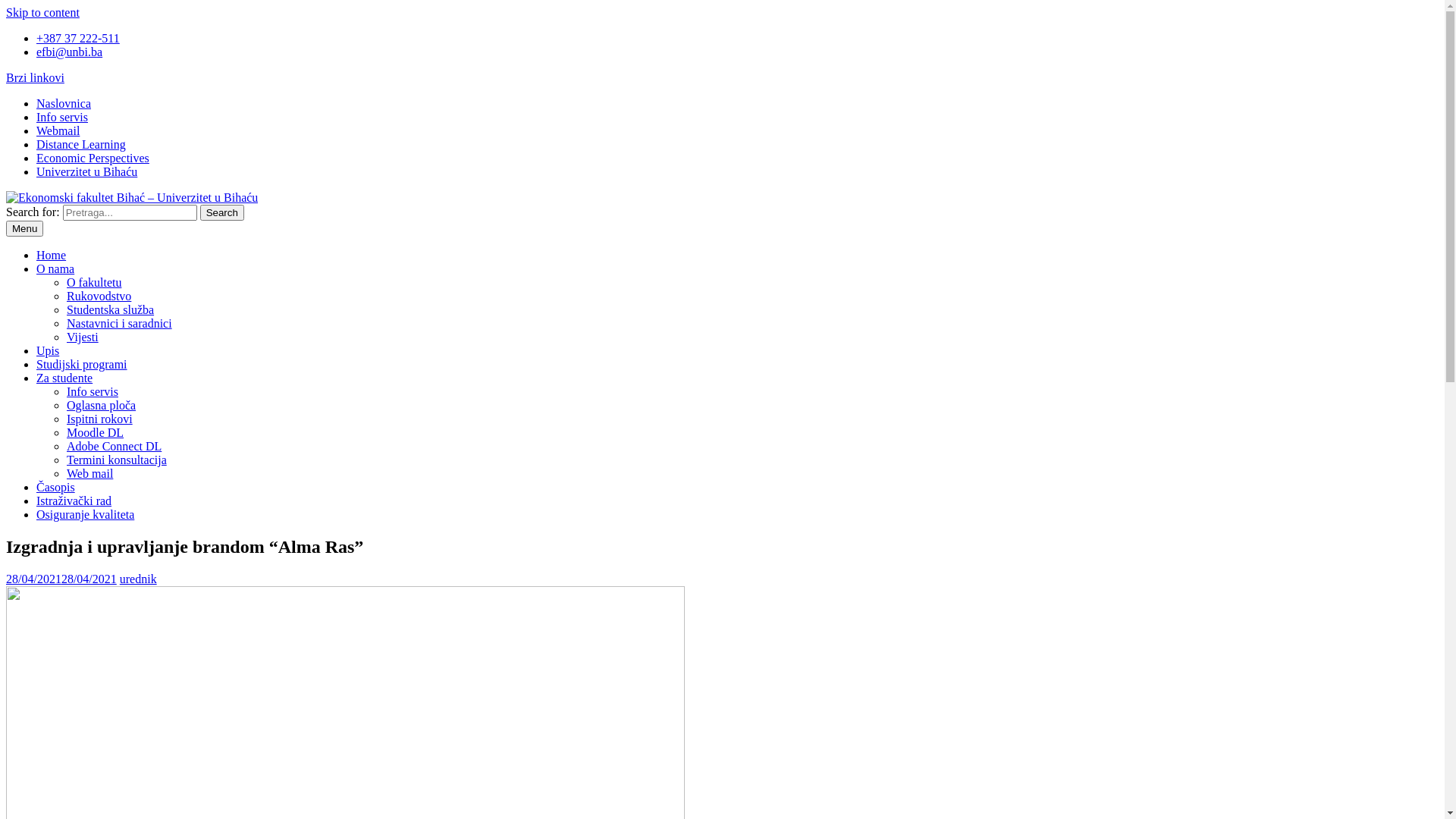 This screenshot has height=819, width=1456. What do you see at coordinates (65, 472) in the screenshot?
I see `'Web mail'` at bounding box center [65, 472].